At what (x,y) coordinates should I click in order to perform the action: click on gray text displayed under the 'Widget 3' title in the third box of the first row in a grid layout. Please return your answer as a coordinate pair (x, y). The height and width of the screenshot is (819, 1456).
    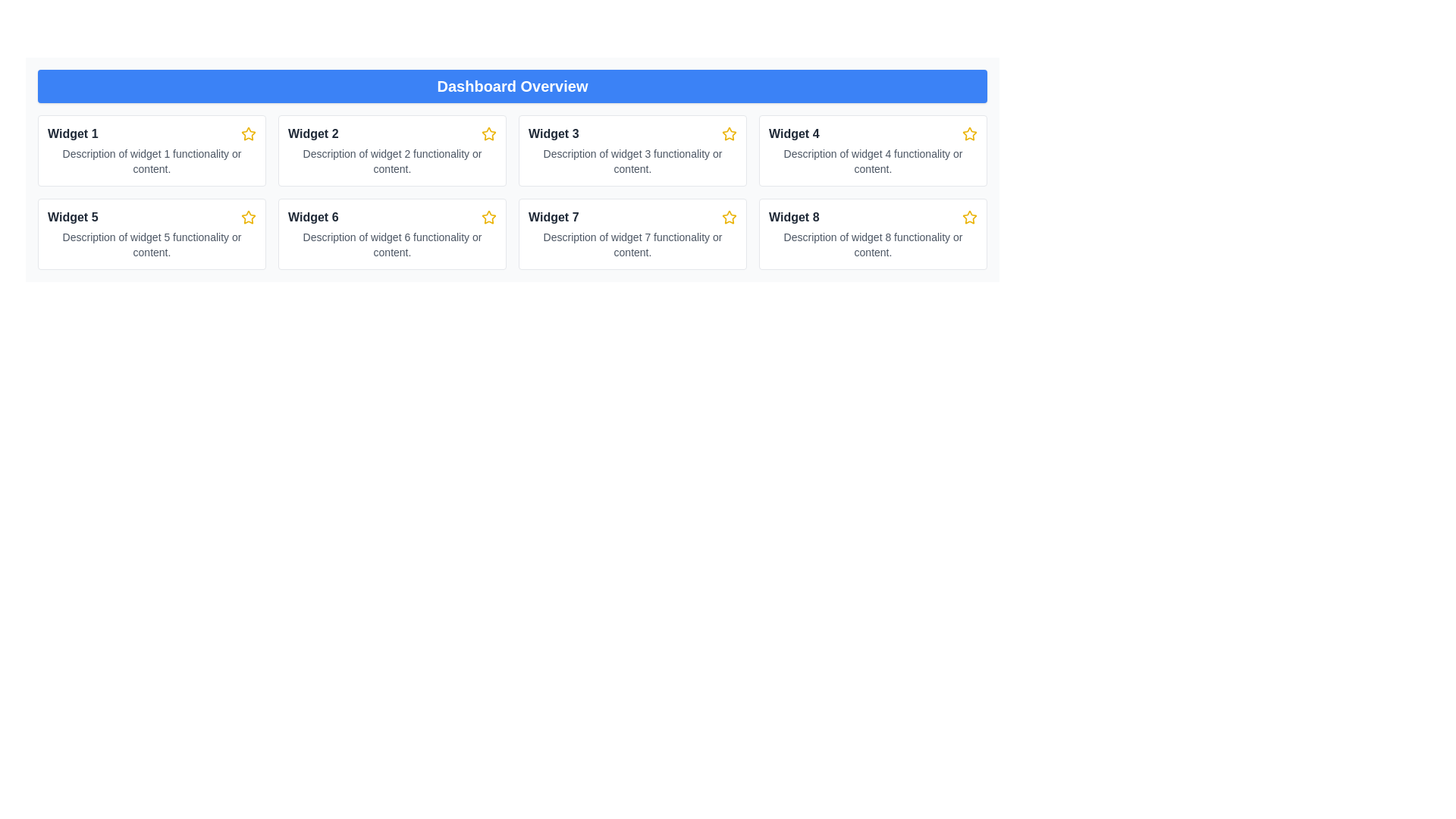
    Looking at the image, I should click on (632, 161).